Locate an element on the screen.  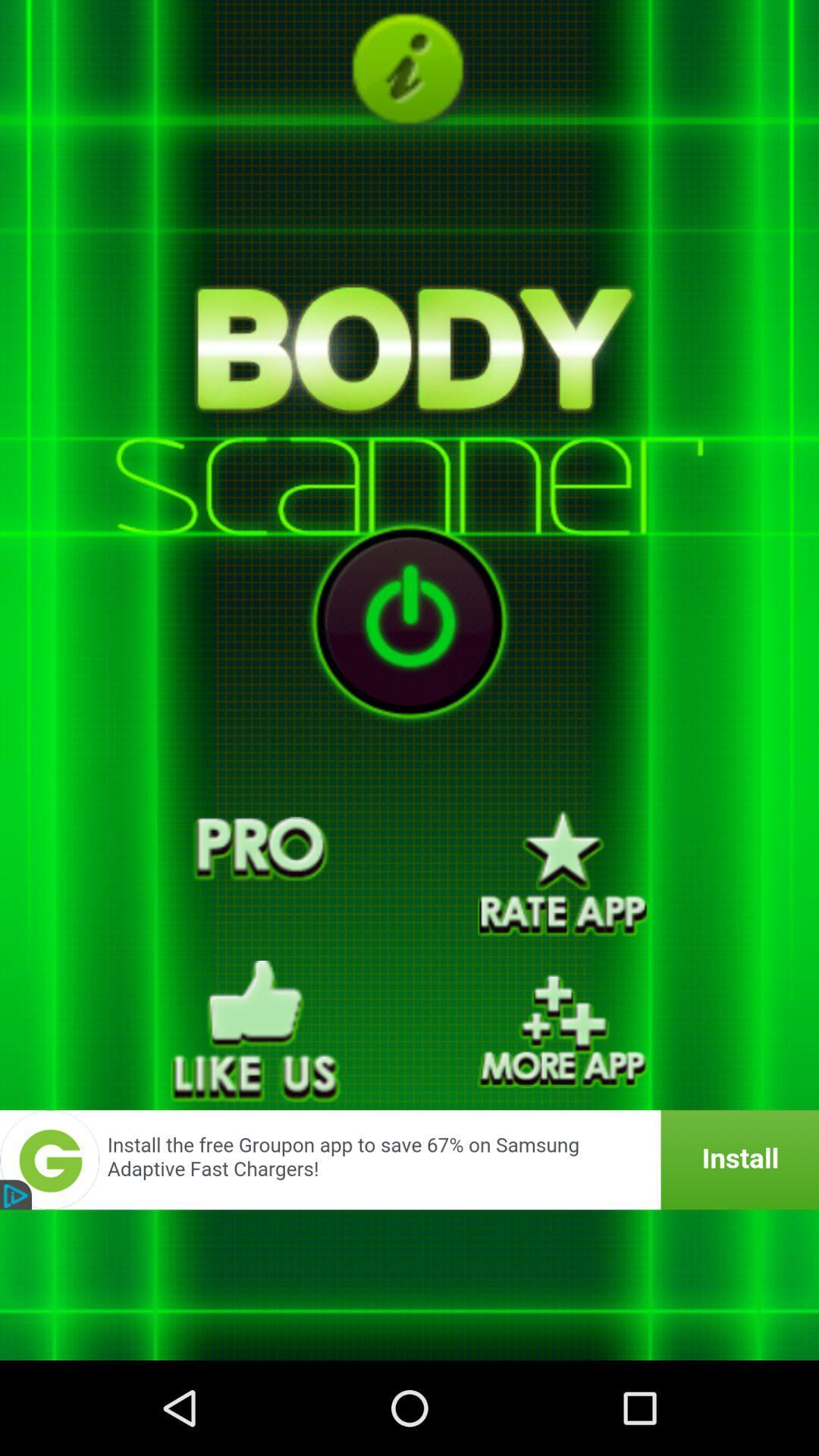
install app is located at coordinates (409, 1159).